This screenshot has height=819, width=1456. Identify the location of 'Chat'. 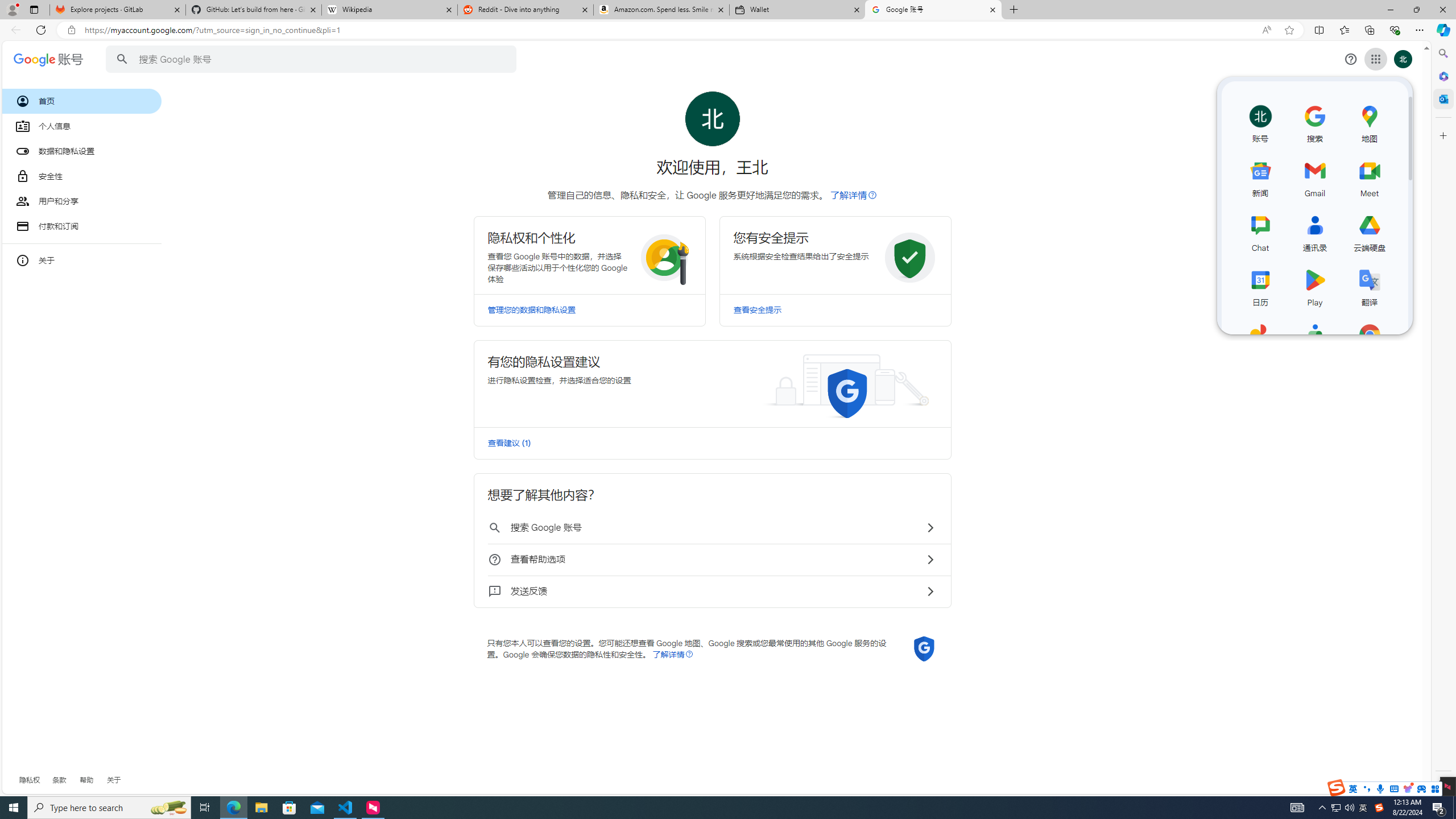
(1259, 230).